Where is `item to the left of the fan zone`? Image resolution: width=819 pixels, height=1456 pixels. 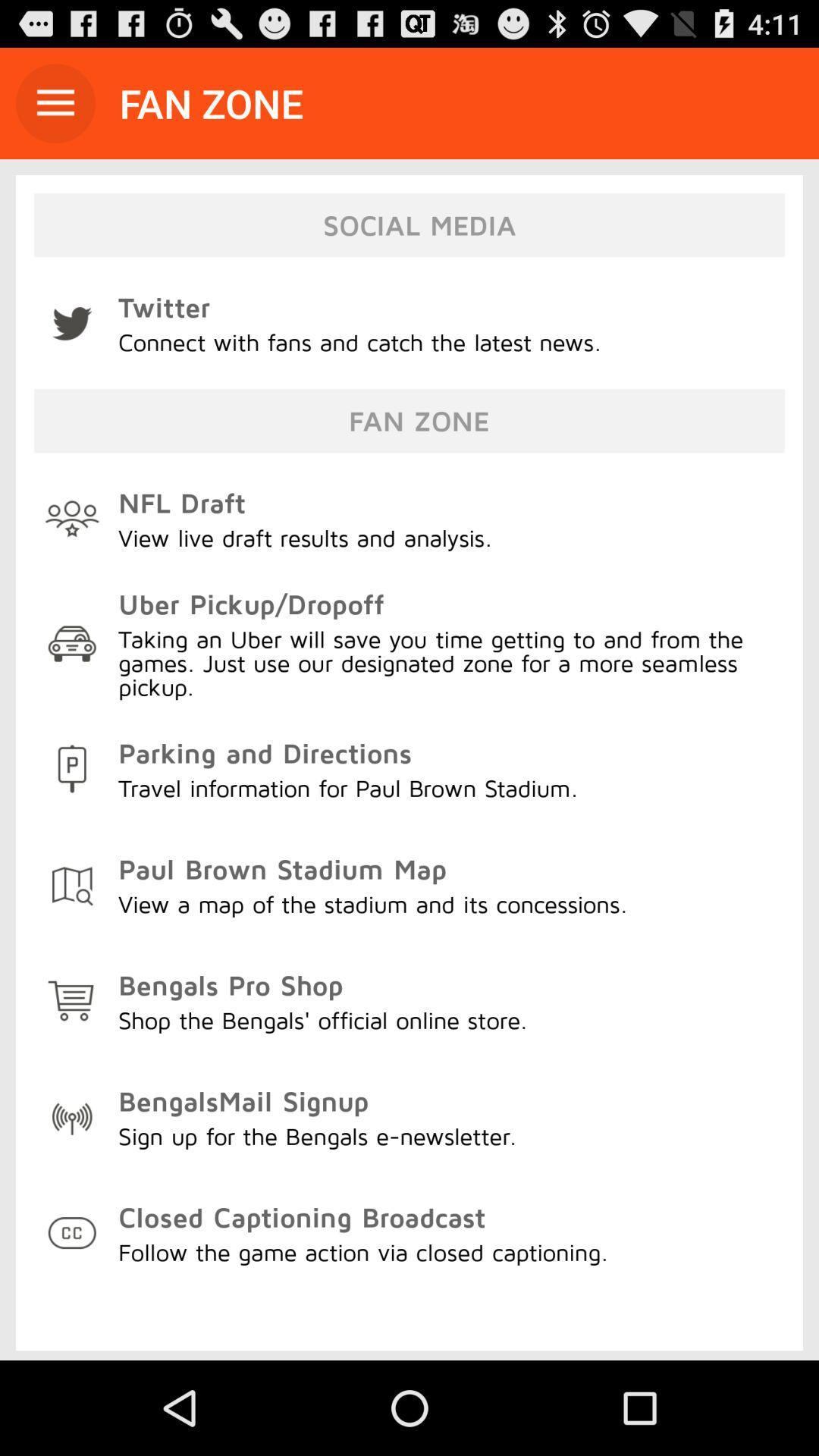 item to the left of the fan zone is located at coordinates (55, 102).